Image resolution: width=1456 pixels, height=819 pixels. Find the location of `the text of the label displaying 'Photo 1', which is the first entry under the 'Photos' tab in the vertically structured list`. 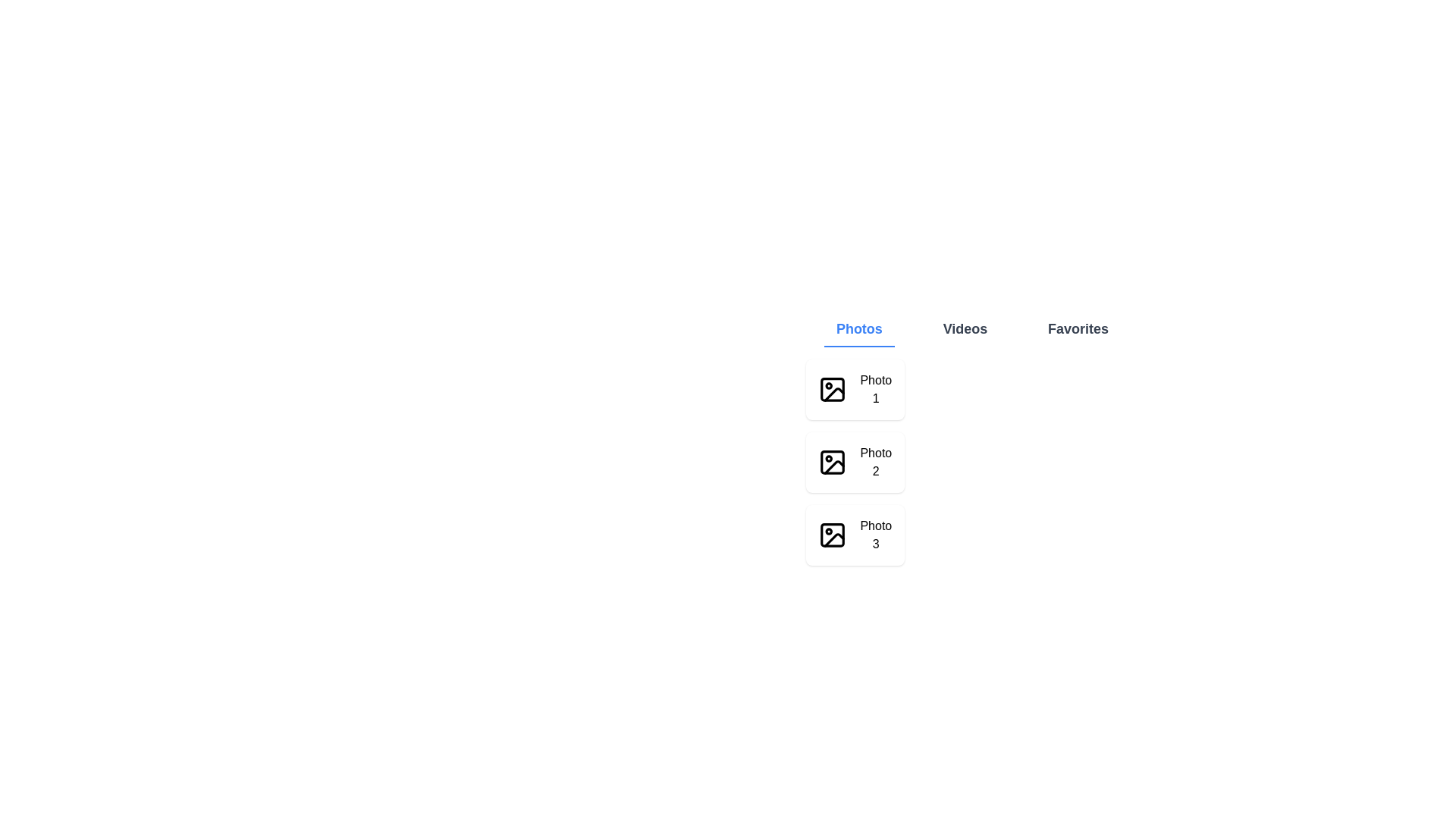

the text of the label displaying 'Photo 1', which is the first entry under the 'Photos' tab in the vertically structured list is located at coordinates (876, 388).